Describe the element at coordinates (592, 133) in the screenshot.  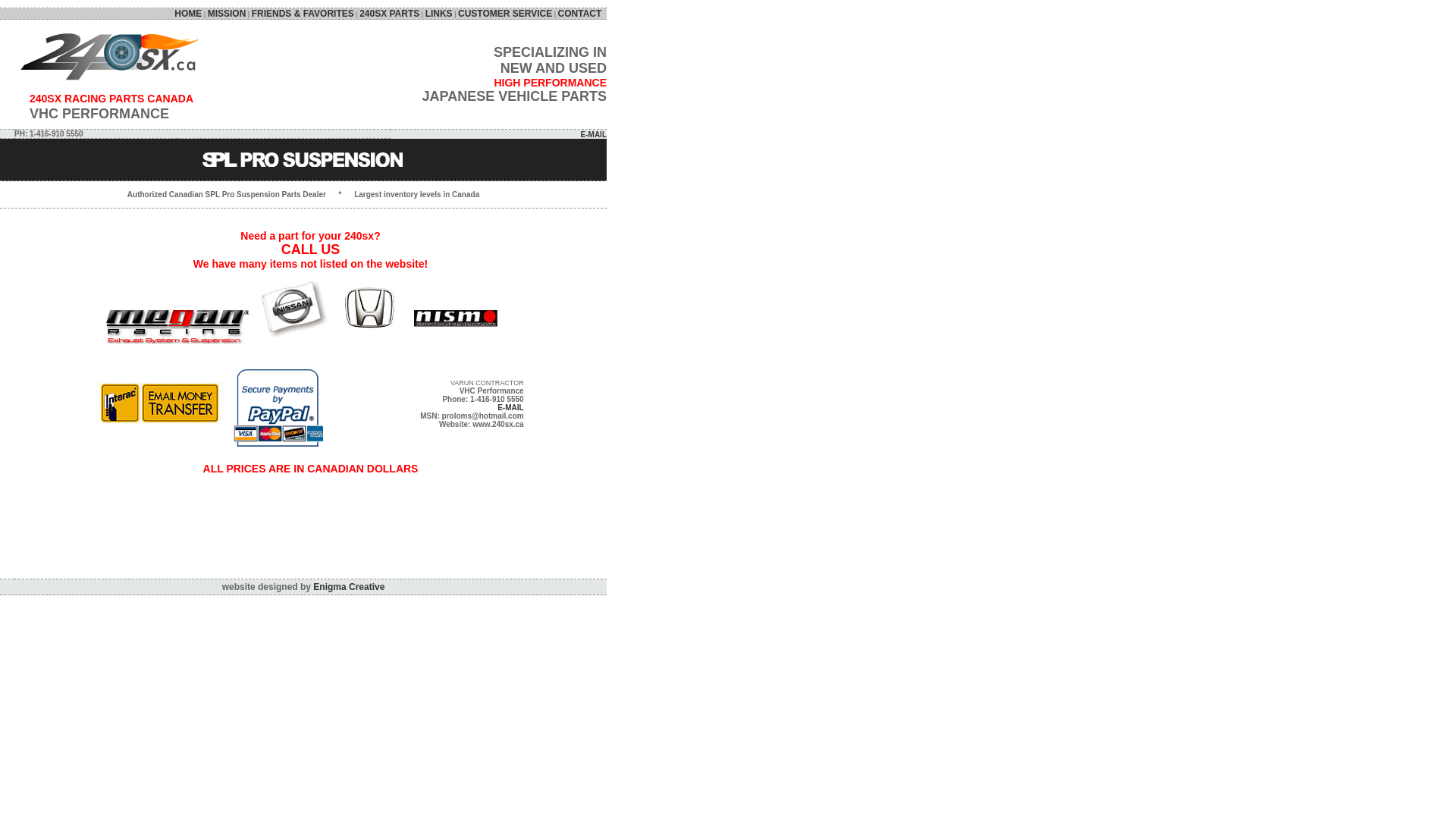
I see `'E-MAIL'` at that location.